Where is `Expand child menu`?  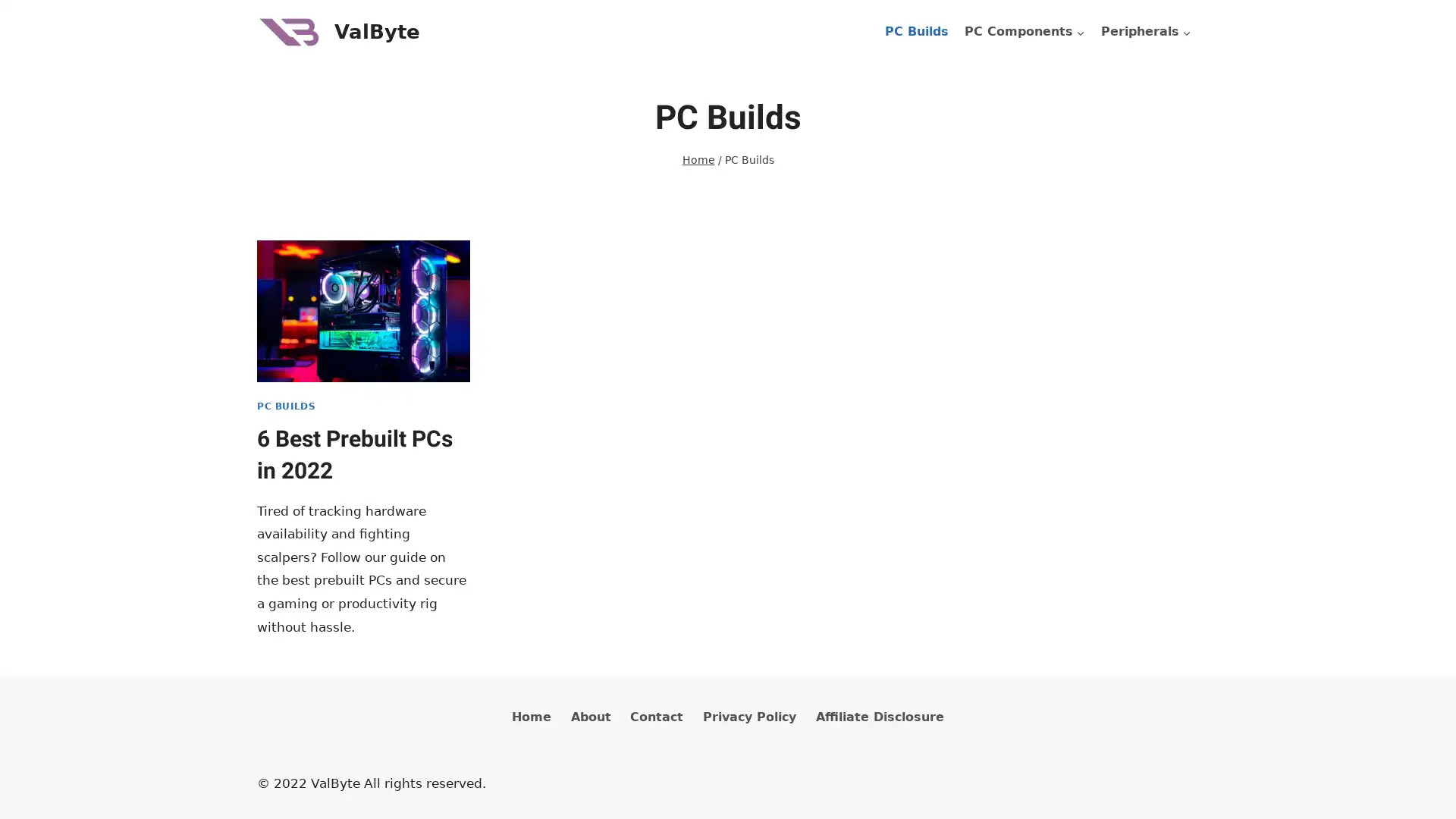 Expand child menu is located at coordinates (1146, 32).